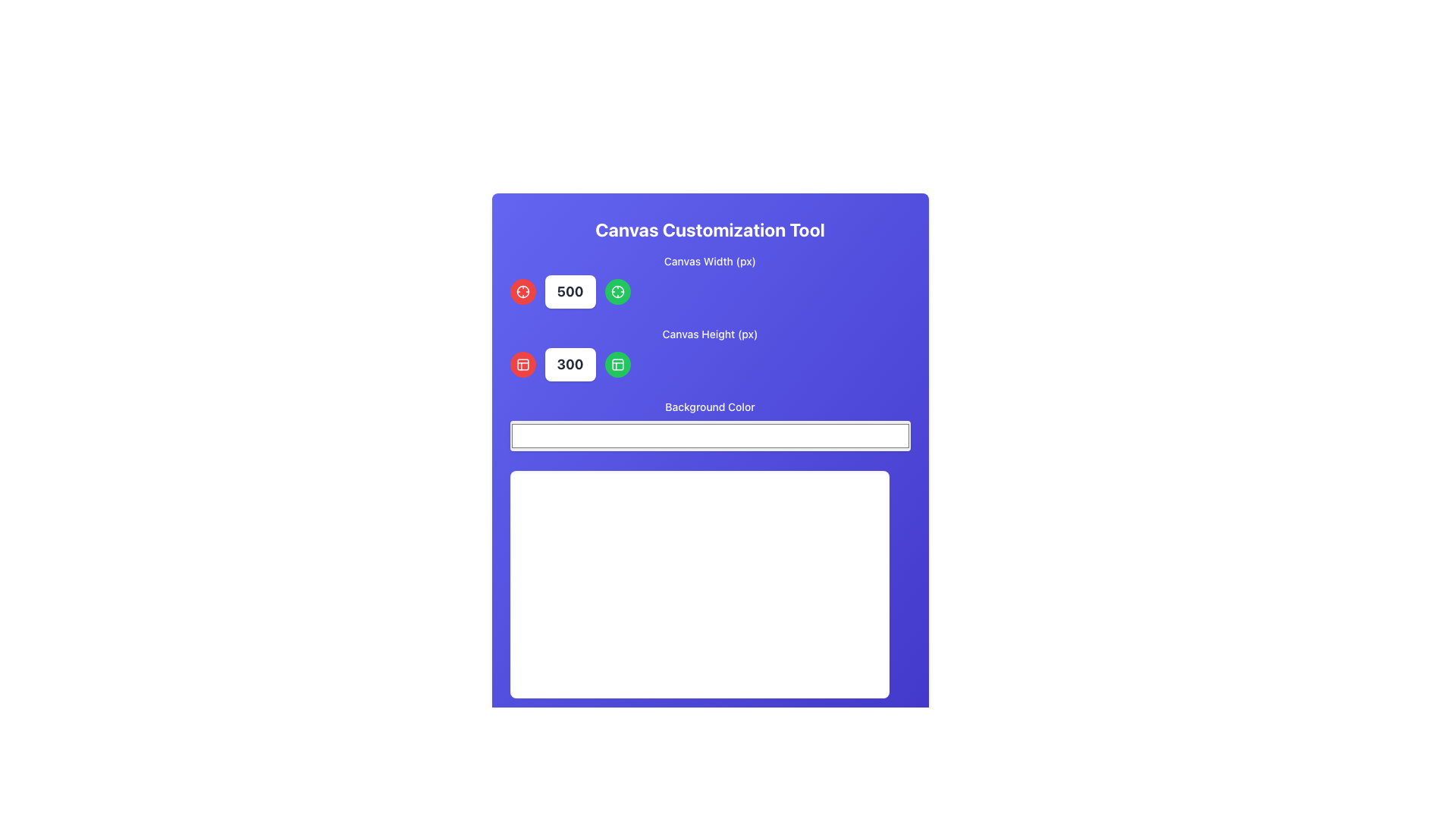  What do you see at coordinates (617, 292) in the screenshot?
I see `the circular button with a green background and a white crosshair icon, located immediately to the right of the 'Canvas Width (px)' input field displaying '500'` at bounding box center [617, 292].